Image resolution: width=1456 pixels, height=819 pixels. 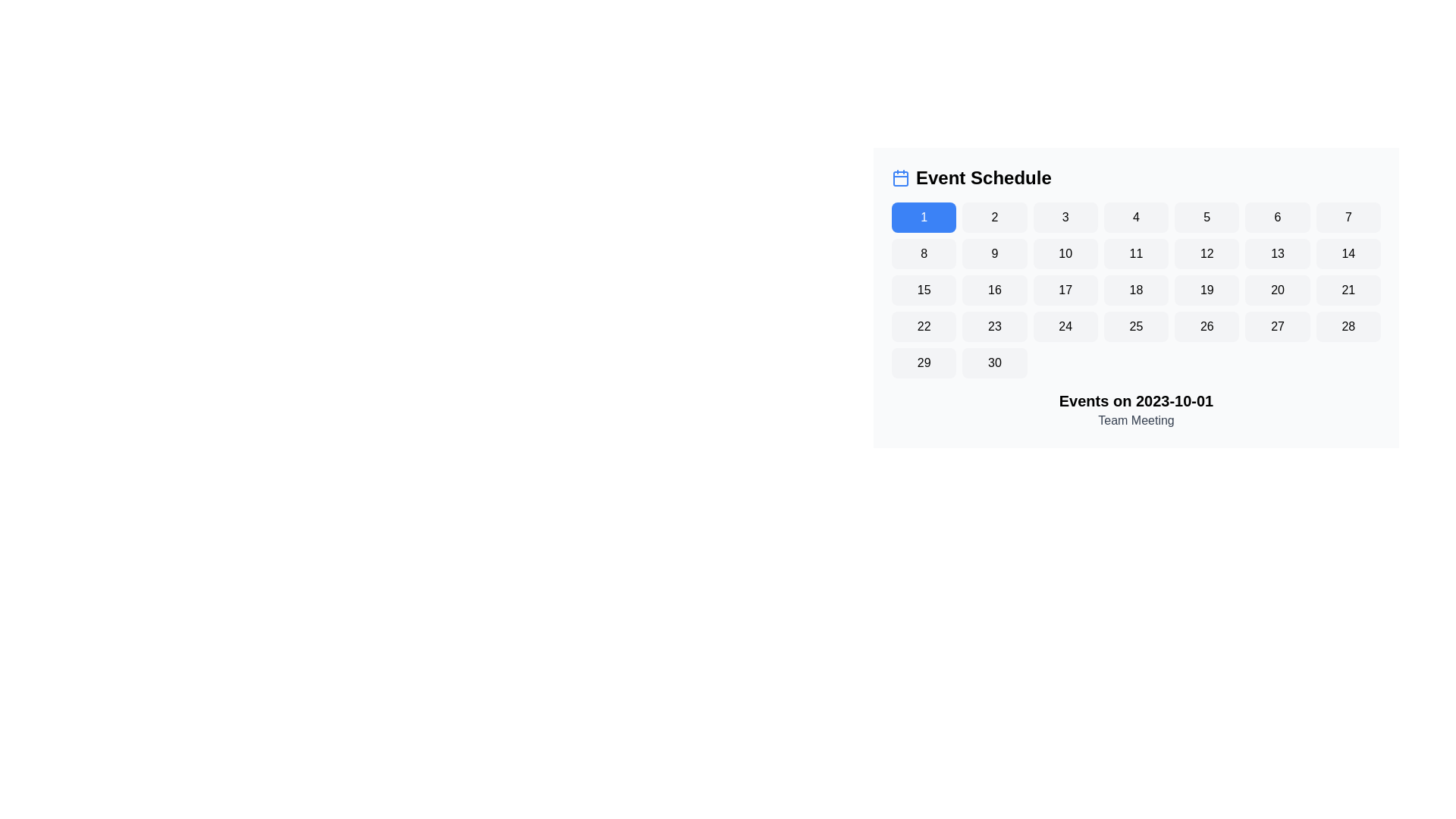 I want to click on the interactive button for selecting the day '14' in the calendar view located beneath the title 'Event Schedule', so click(x=1348, y=253).